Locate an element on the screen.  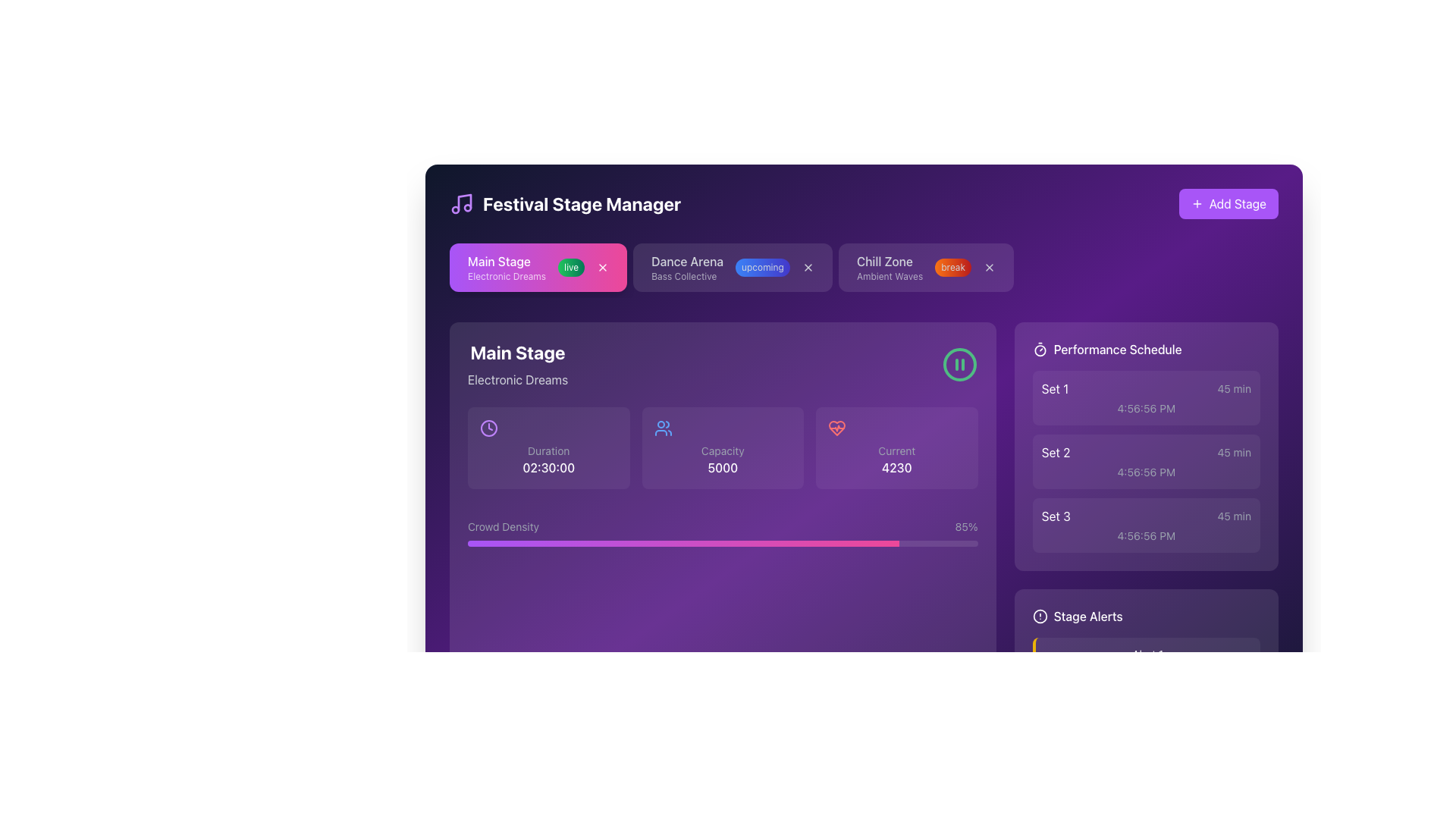
text label that says 'Main Stage', which is styled with a medium font size and placed on a vibrant pink background at the top-left section of the application interface is located at coordinates (499, 260).